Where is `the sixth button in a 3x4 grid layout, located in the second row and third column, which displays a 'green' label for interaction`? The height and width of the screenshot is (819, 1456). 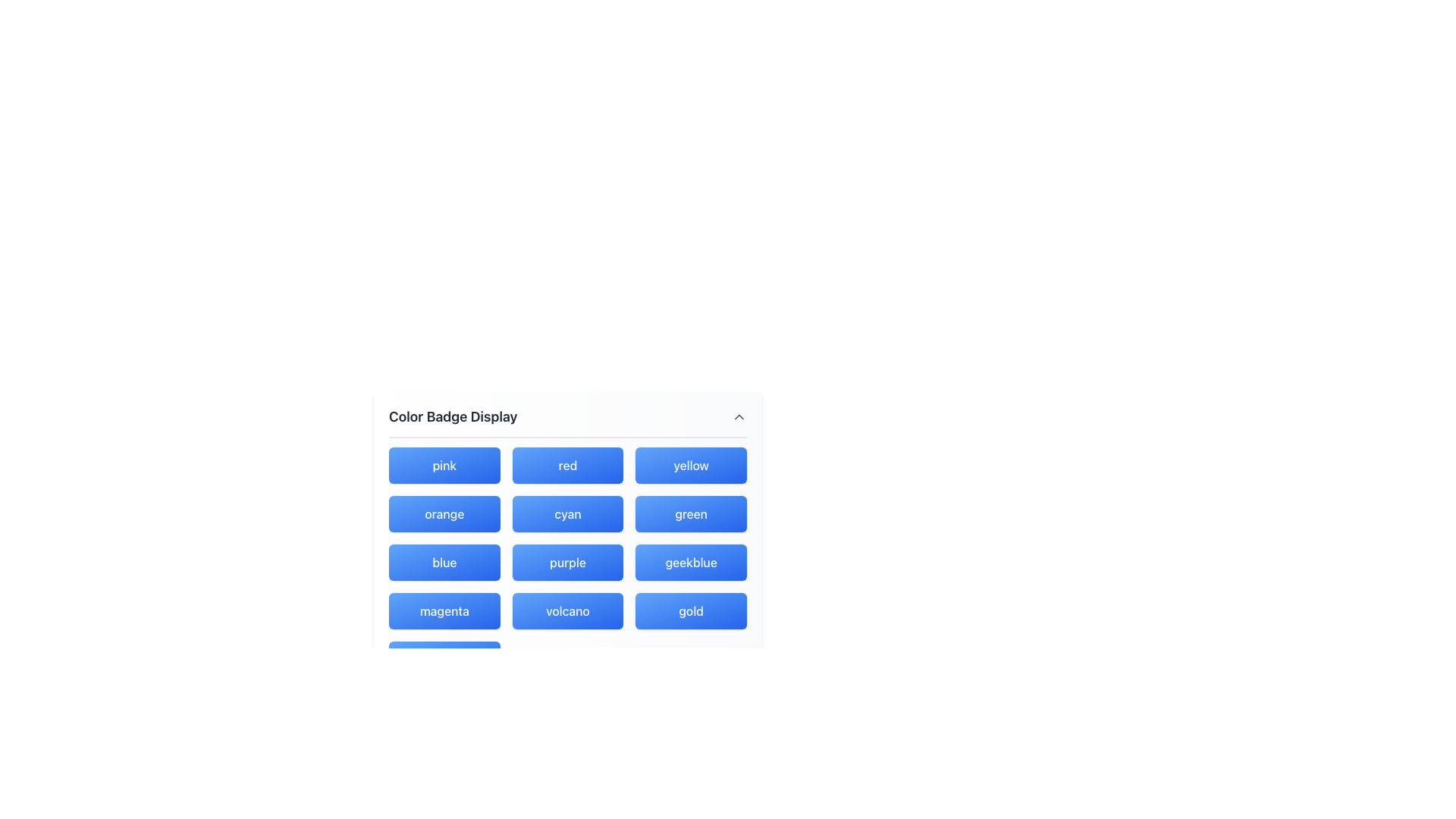
the sixth button in a 3x4 grid layout, located in the second row and third column, which displays a 'green' label for interaction is located at coordinates (690, 513).